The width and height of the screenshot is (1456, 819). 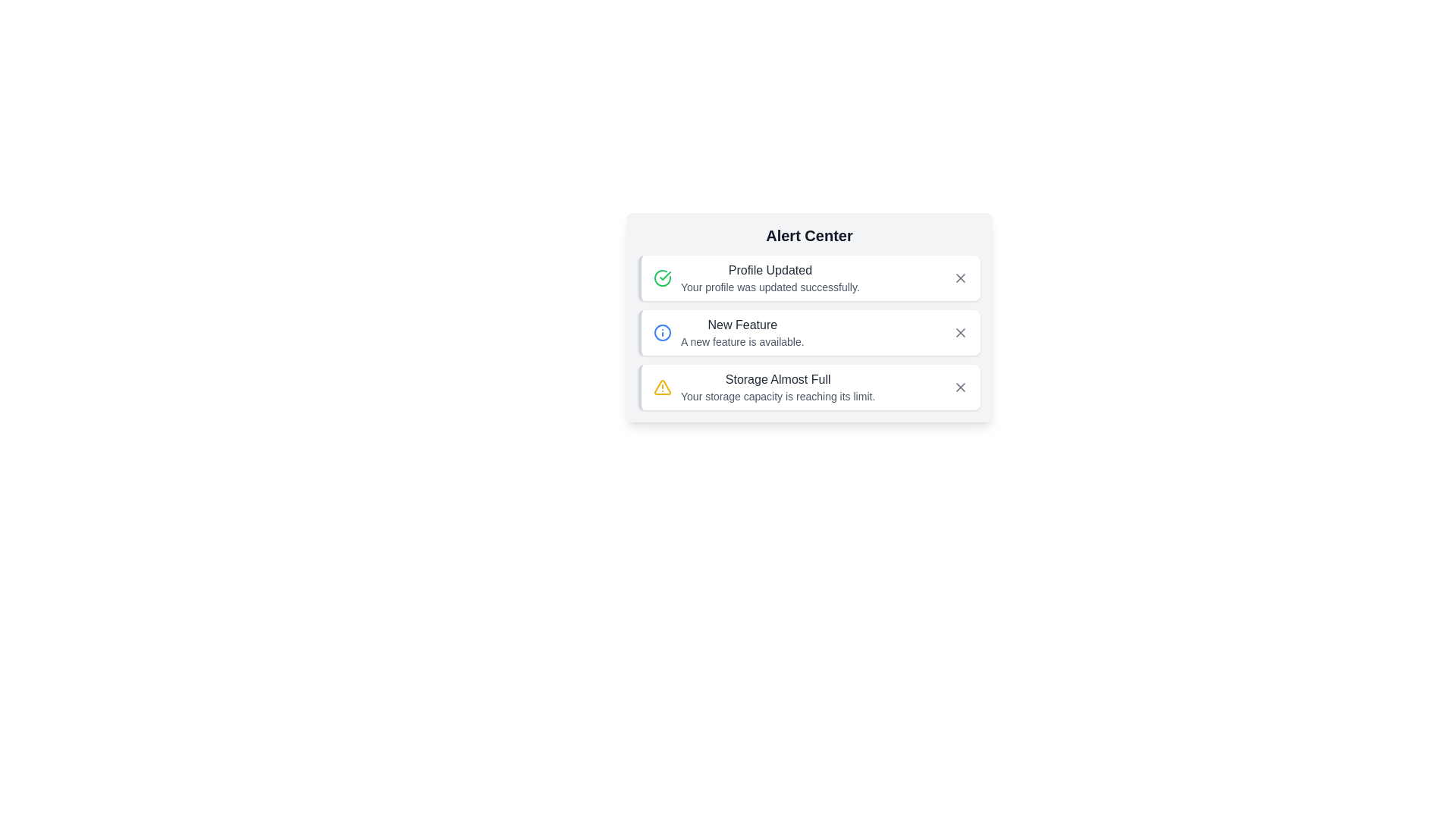 I want to click on the text label that states 'Your storage capacity is reaching its limit.' which is located below the title 'Storage Almost Full.', so click(x=778, y=396).